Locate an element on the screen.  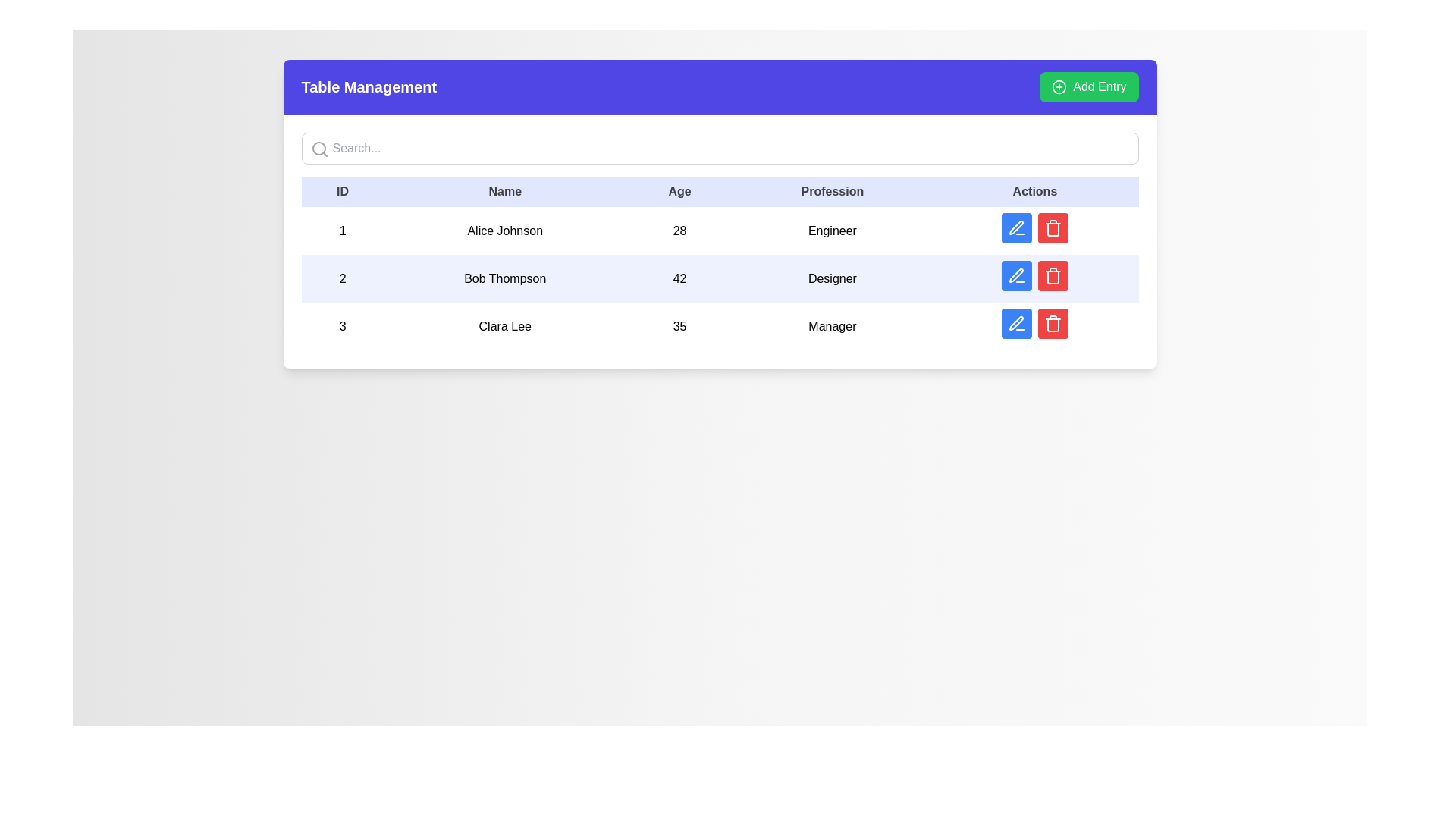
the table row displaying details for 'Clara Lee' is located at coordinates (719, 325).